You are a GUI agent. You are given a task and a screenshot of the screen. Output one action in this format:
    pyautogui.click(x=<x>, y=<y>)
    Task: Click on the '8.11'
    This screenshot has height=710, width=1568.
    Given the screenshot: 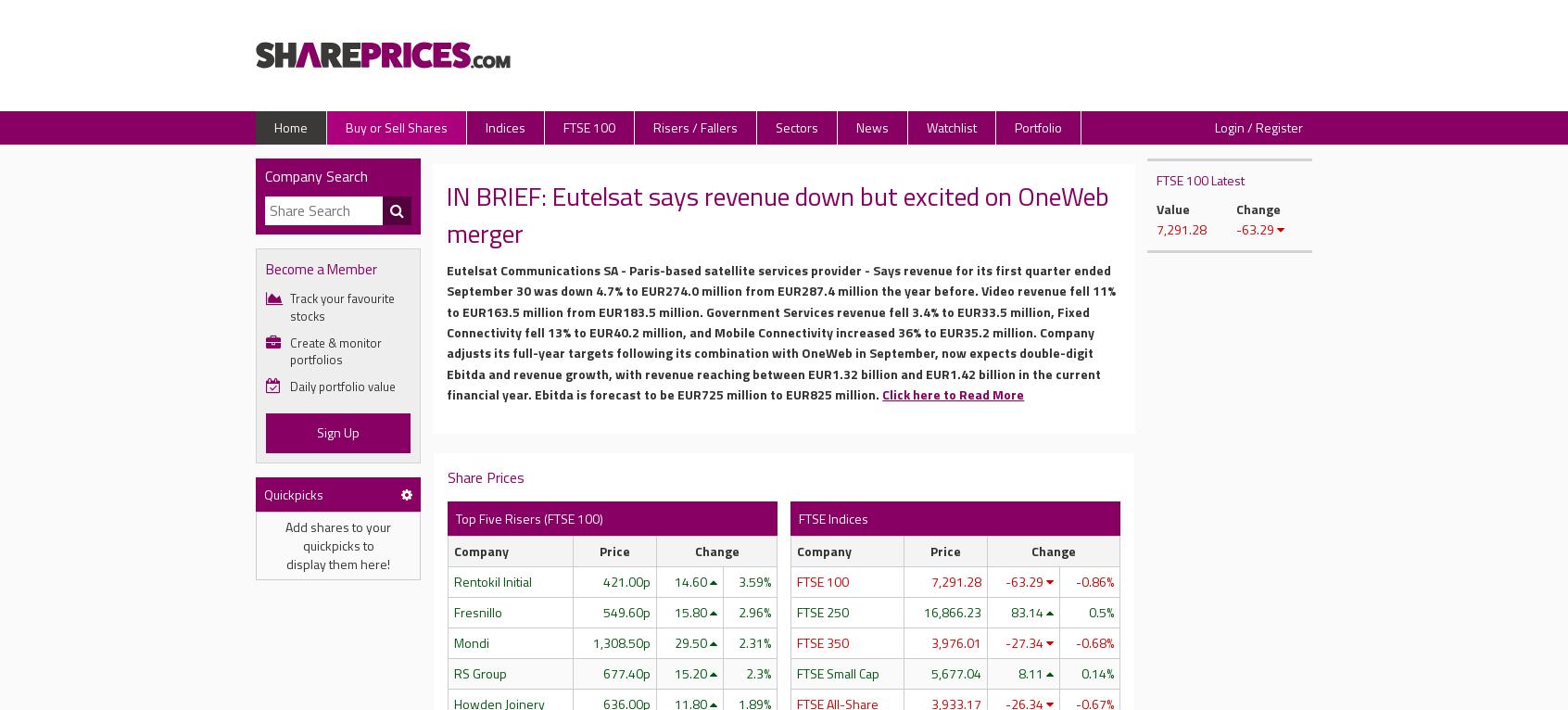 What is the action you would take?
    pyautogui.click(x=1031, y=671)
    